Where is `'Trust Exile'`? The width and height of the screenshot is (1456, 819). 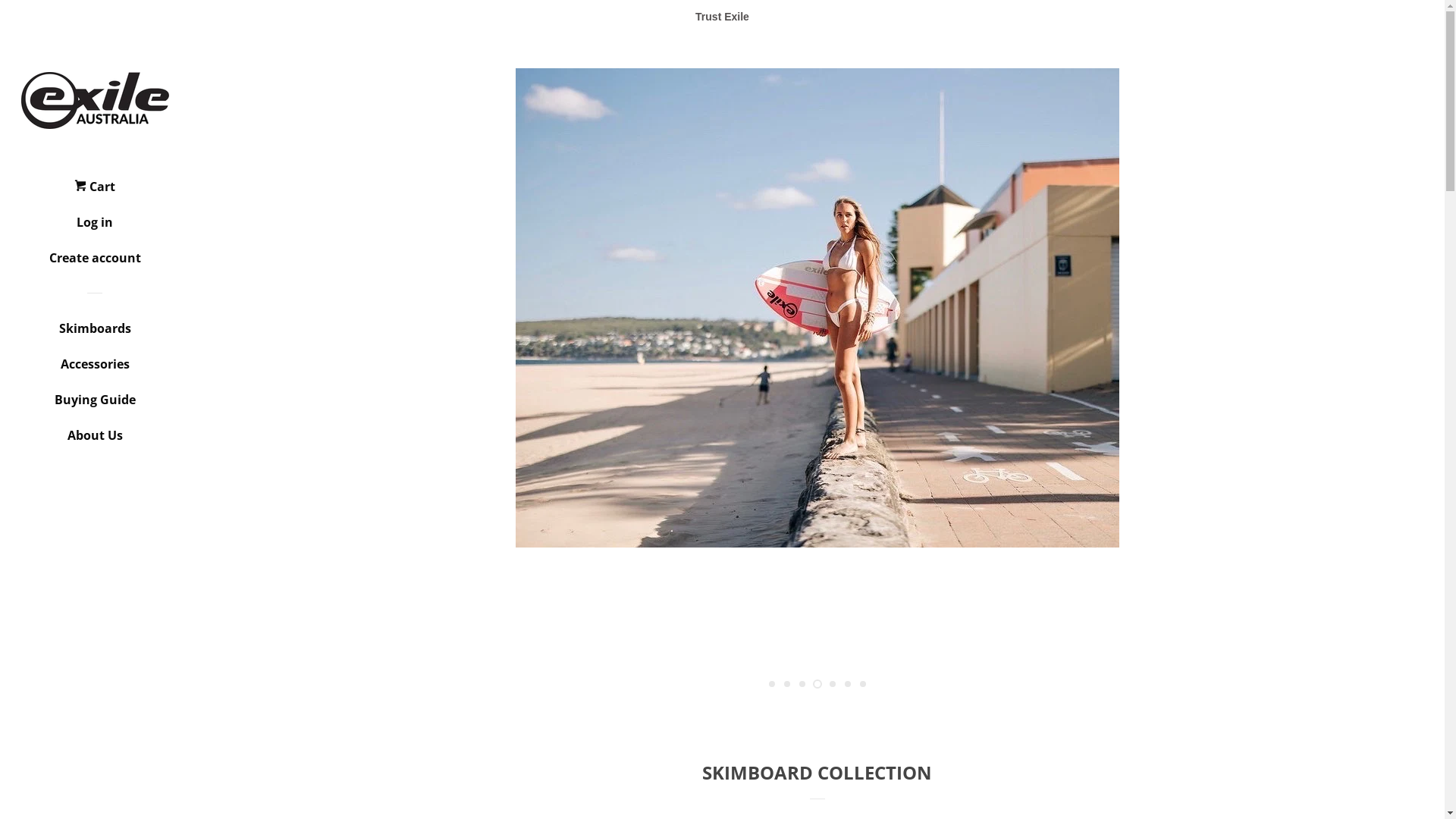
'Trust Exile' is located at coordinates (721, 17).